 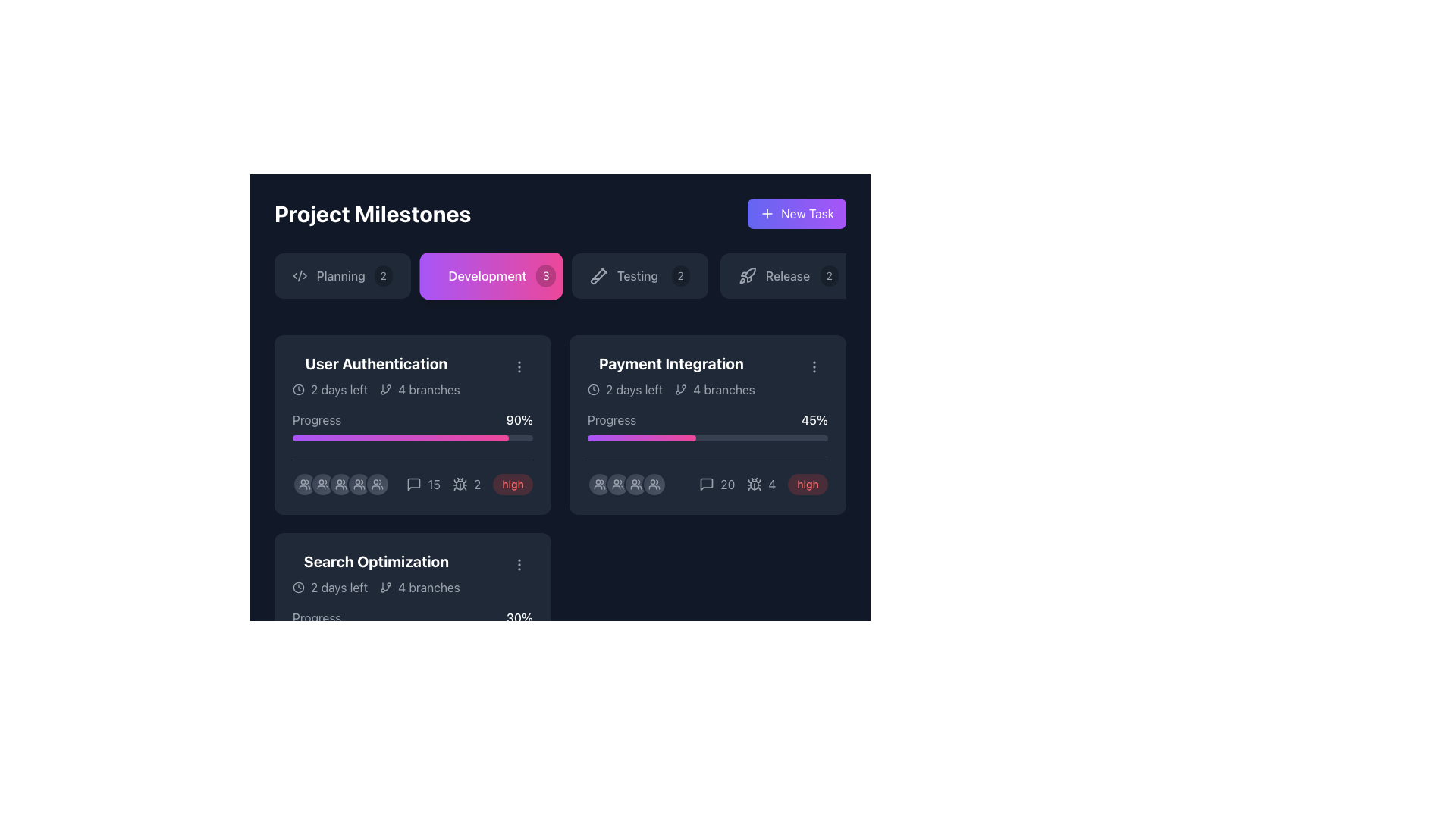 What do you see at coordinates (598, 275) in the screenshot?
I see `the 'Testing2' button icon, which is visually represented as an SVG icon located inside a horizontally aligned button group under the 'Project Milestones' heading, positioned third from the left` at bounding box center [598, 275].